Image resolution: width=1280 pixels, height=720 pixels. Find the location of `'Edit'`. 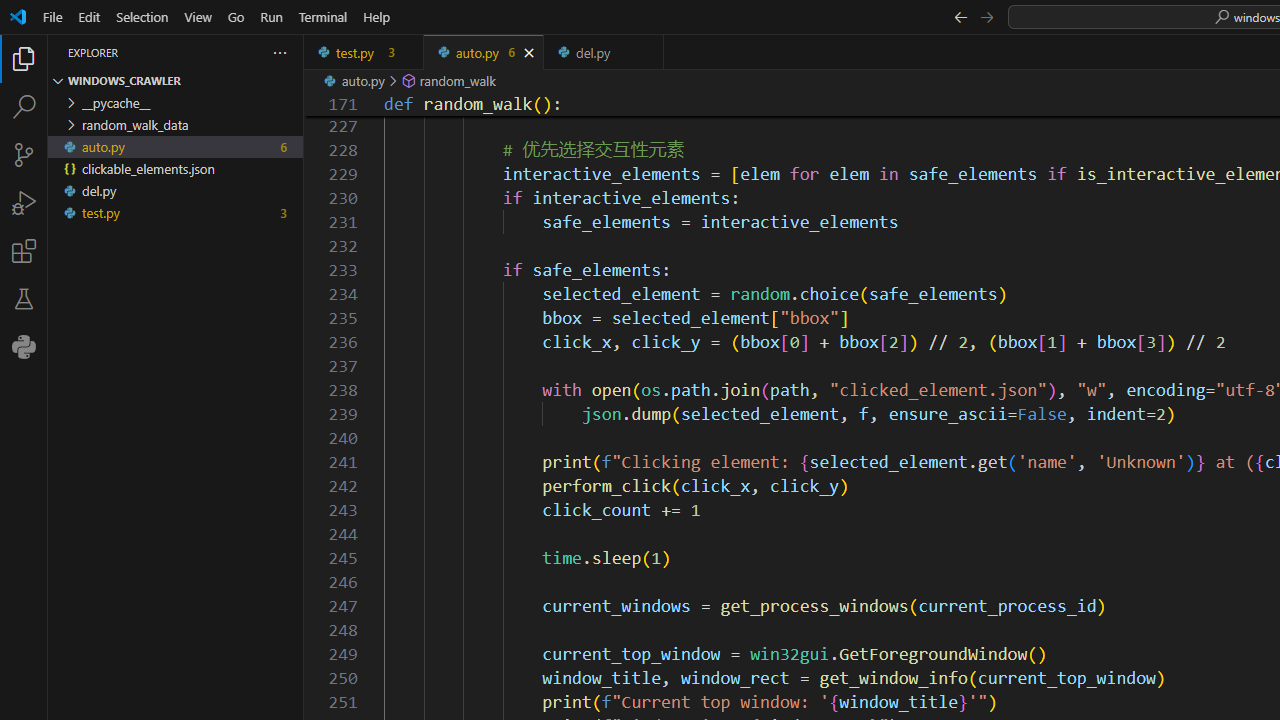

'Edit' is located at coordinates (88, 16).